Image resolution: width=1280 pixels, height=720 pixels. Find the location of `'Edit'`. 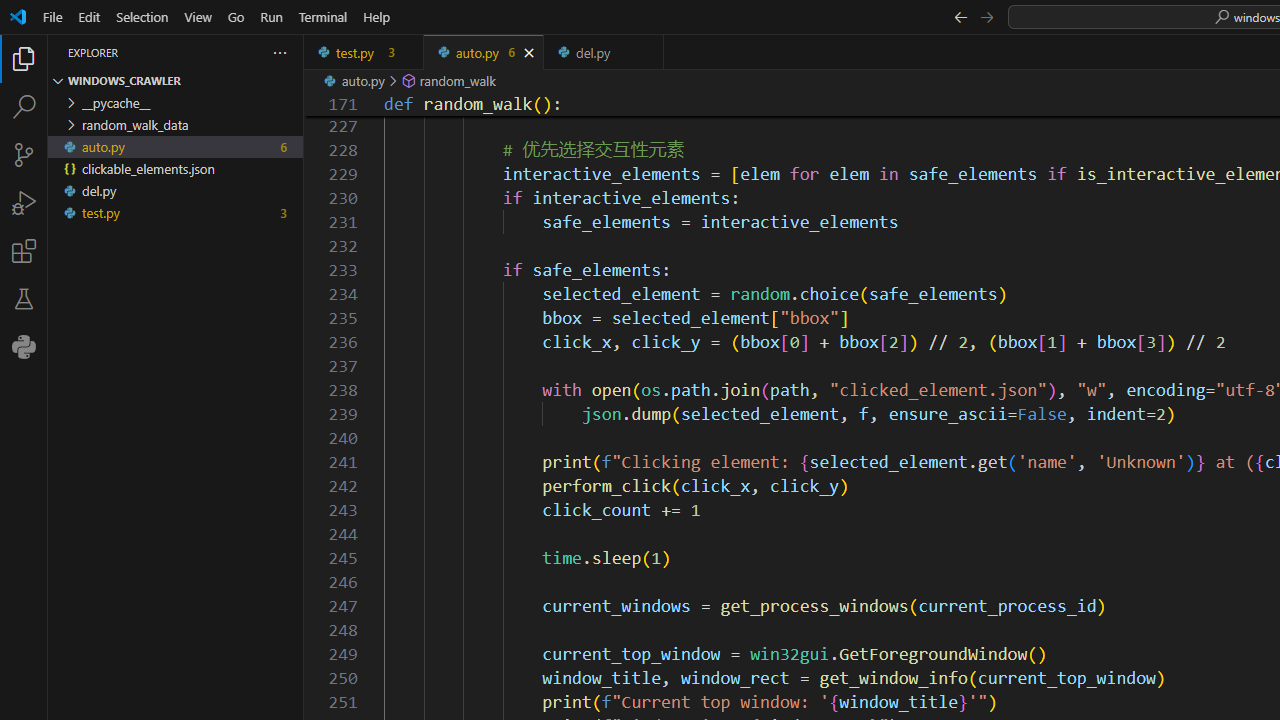

'Edit' is located at coordinates (88, 16).